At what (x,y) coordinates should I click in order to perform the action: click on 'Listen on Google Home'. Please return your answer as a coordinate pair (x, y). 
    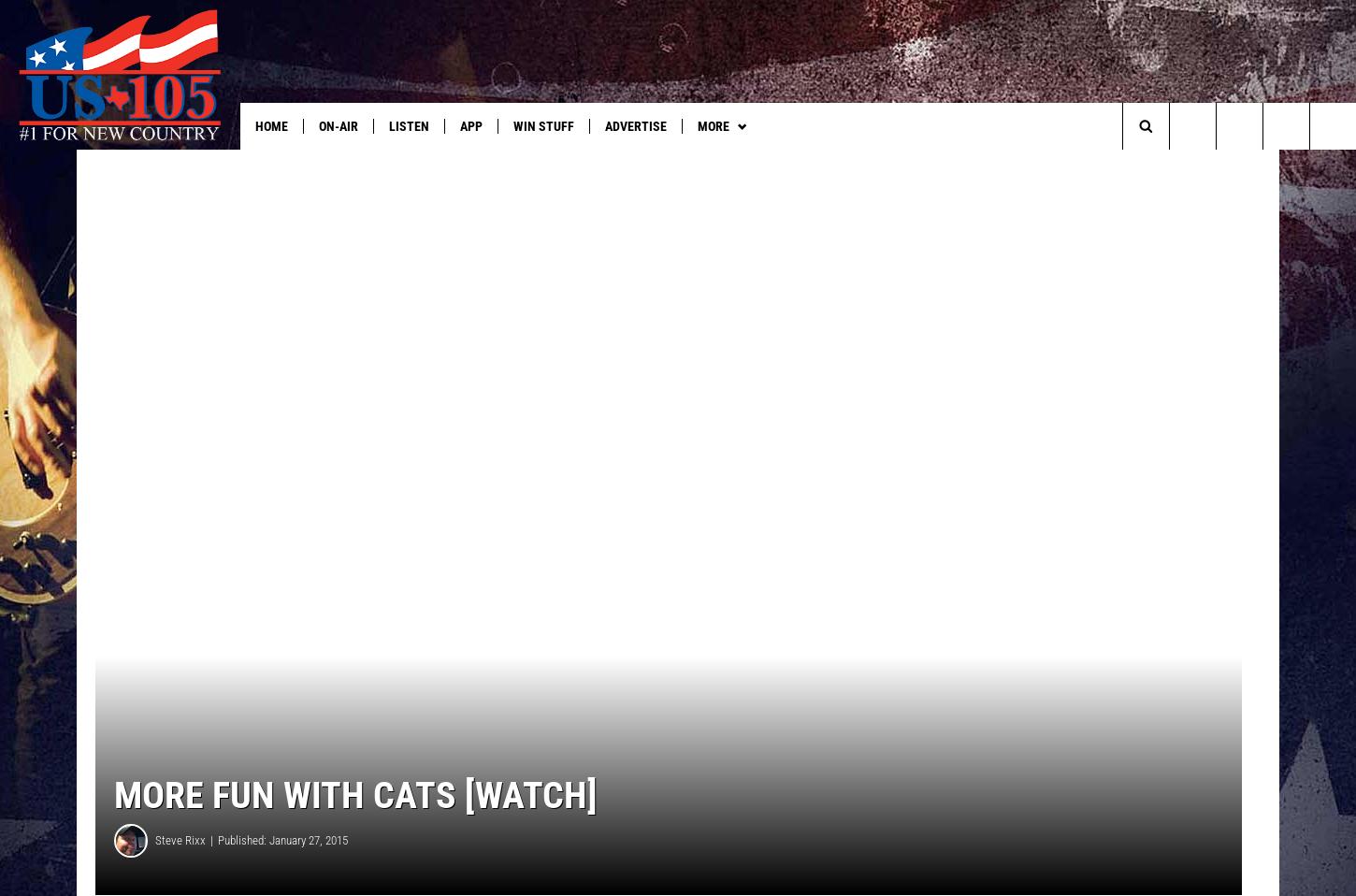
    Looking at the image, I should click on (1028, 163).